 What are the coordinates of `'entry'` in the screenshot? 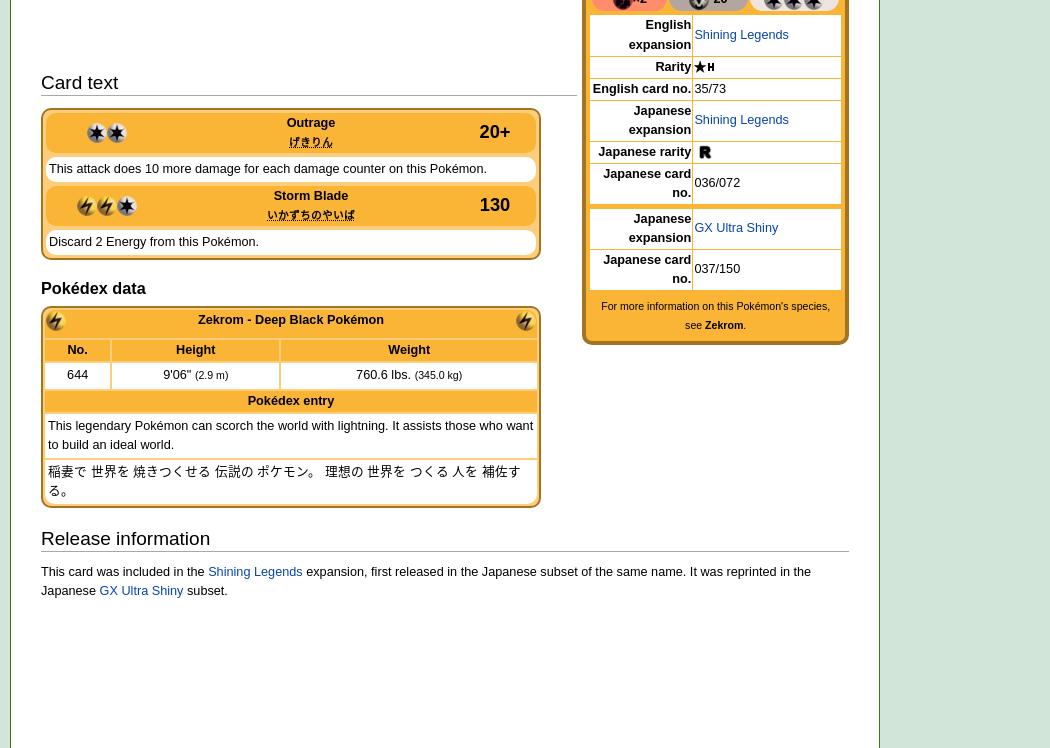 It's located at (316, 400).